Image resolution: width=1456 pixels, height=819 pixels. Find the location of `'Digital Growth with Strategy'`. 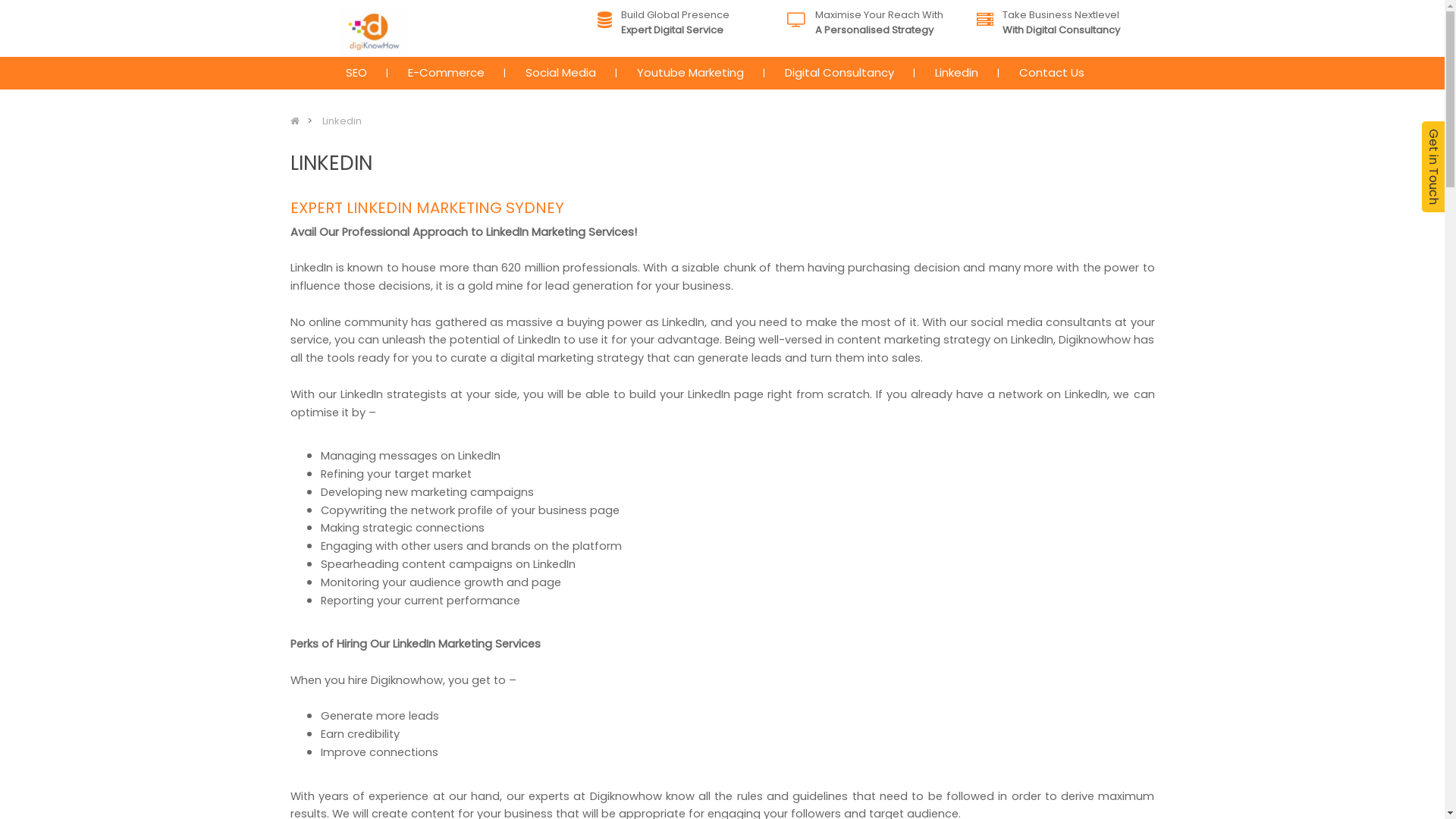

'Digital Growth with Strategy' is located at coordinates (374, 32).